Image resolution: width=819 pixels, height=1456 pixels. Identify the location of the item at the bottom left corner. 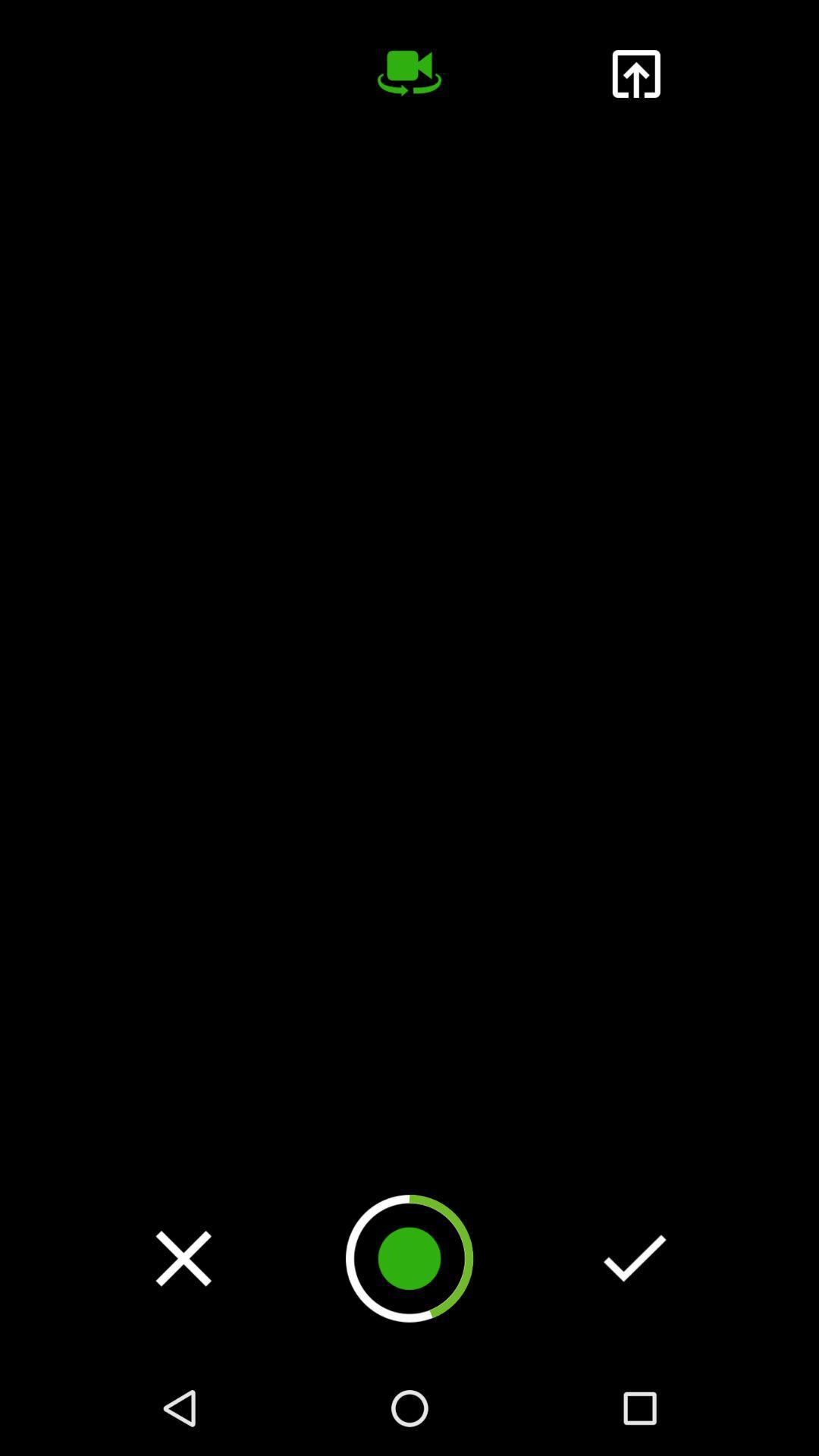
(183, 1258).